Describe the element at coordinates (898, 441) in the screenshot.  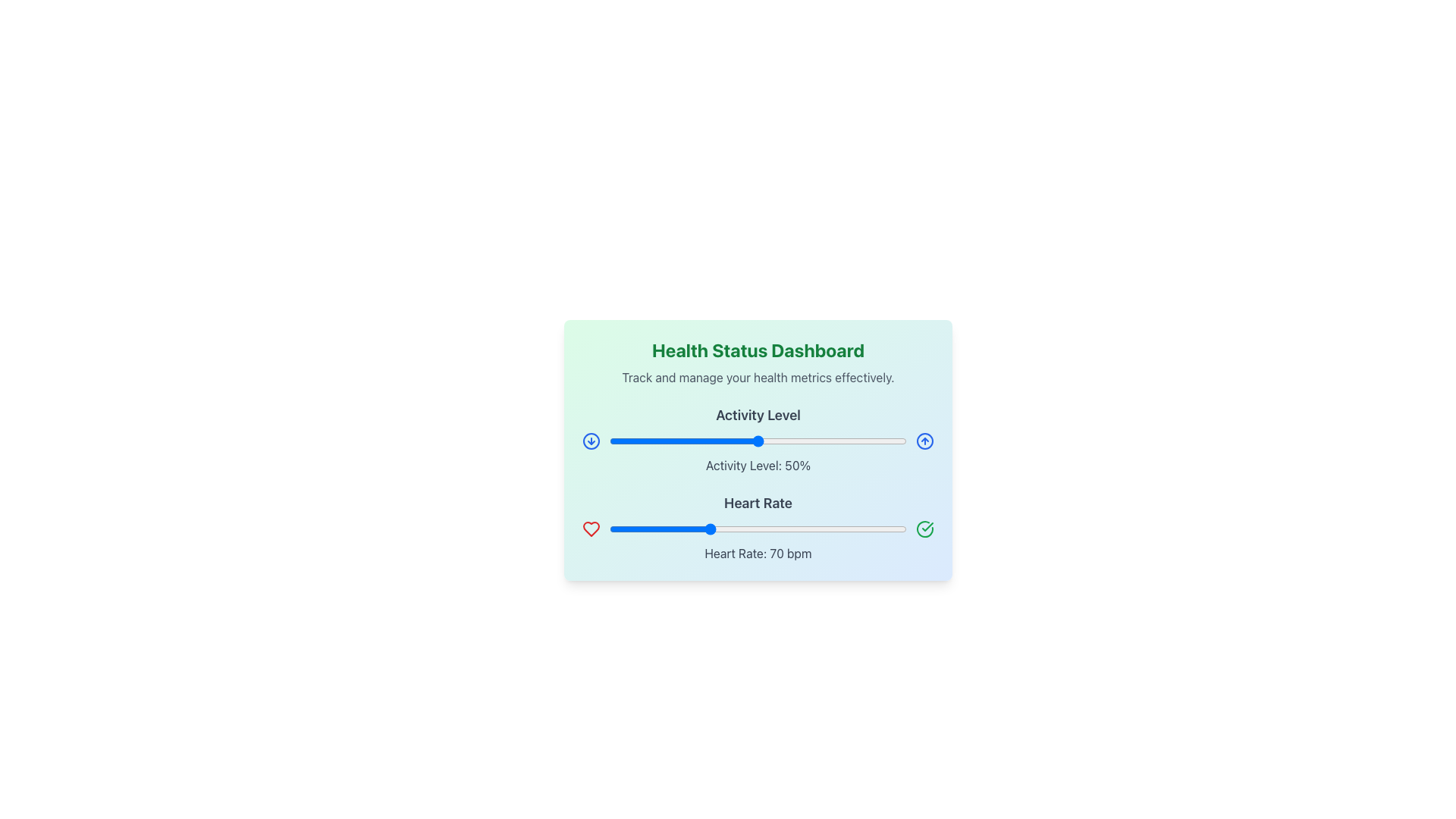
I see `the activity level` at that location.